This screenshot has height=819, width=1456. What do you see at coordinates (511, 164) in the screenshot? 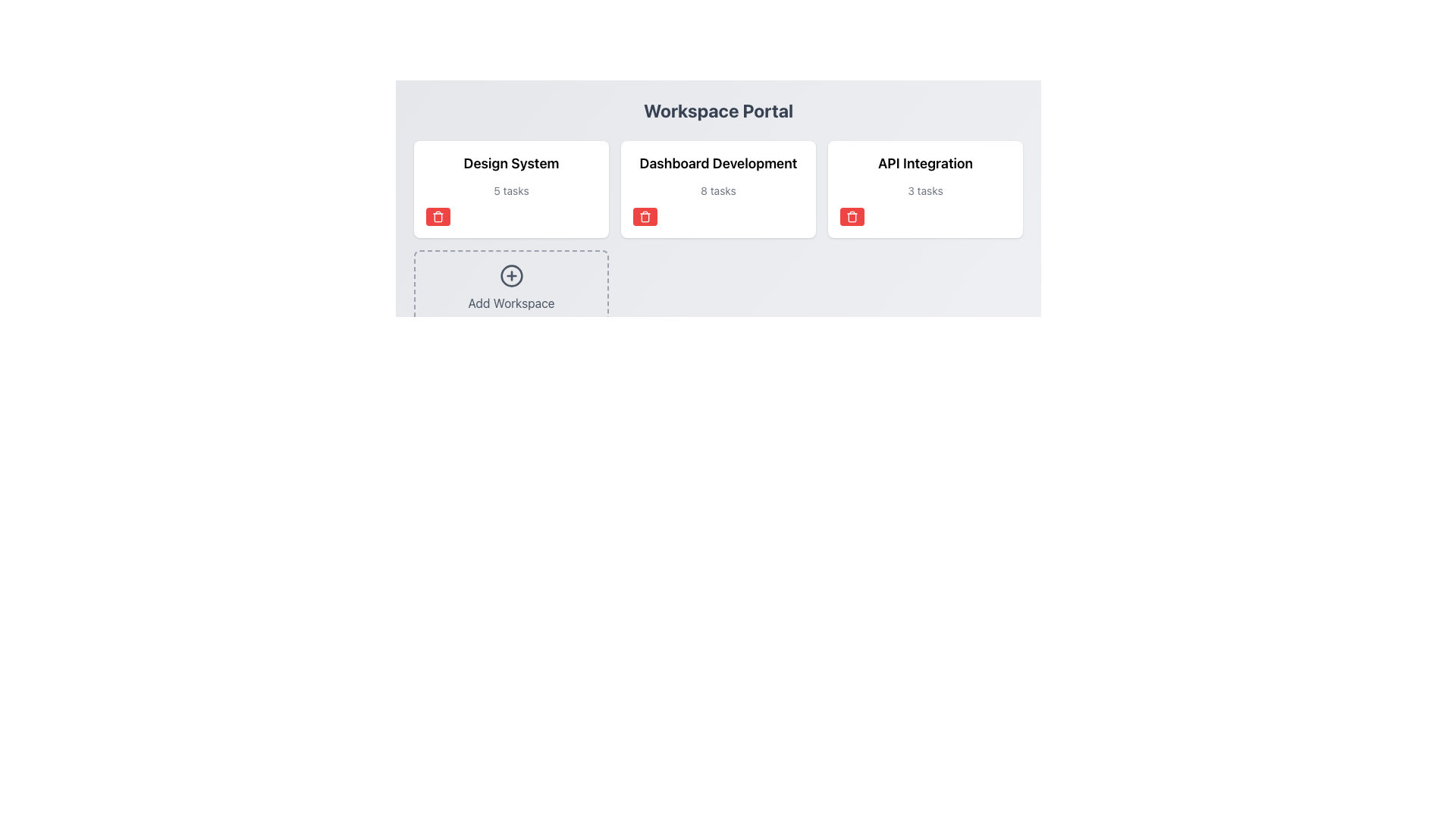
I see `text label that serves as a title for the 'Design System' tasks located at the top of the first card in a horizontal row of similar cards` at bounding box center [511, 164].